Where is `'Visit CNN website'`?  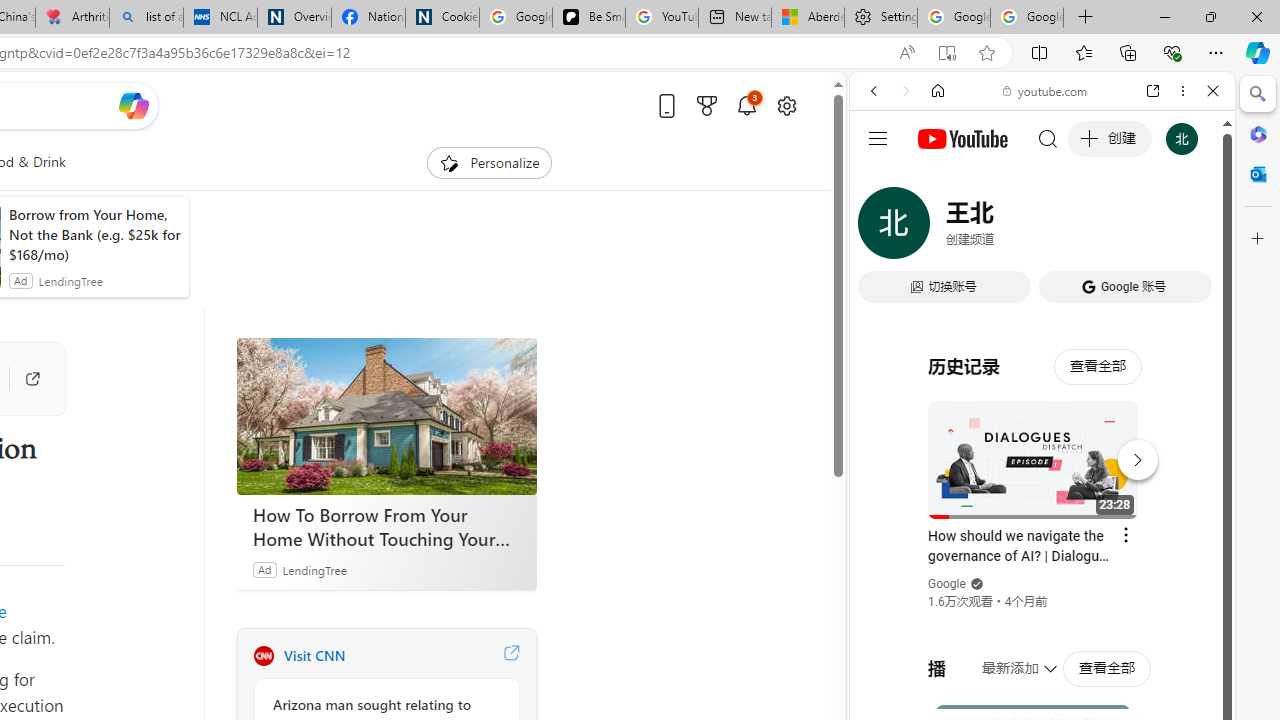 'Visit CNN website' is located at coordinates (511, 655).